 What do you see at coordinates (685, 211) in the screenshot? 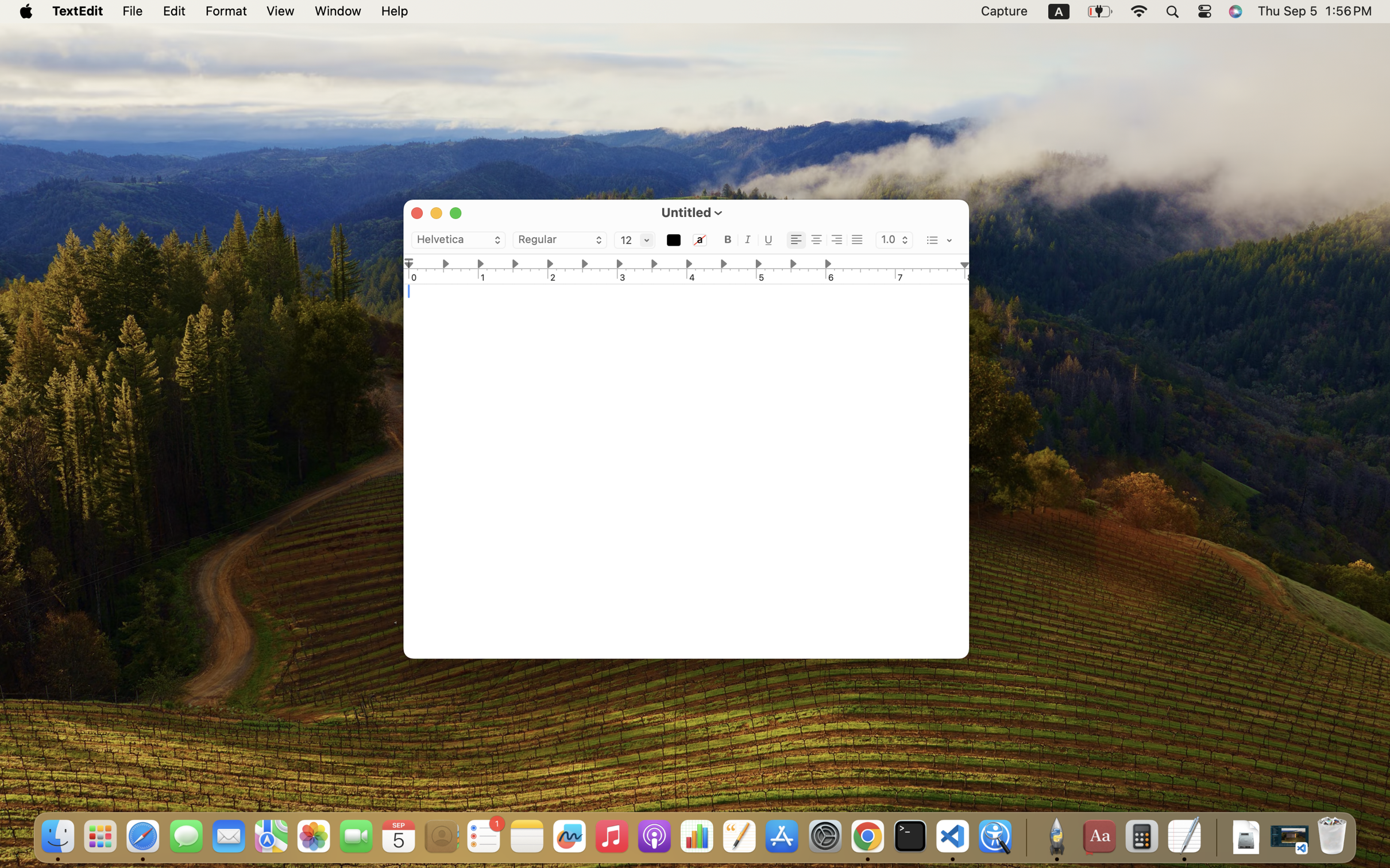
I see `'Untitled'` at bounding box center [685, 211].